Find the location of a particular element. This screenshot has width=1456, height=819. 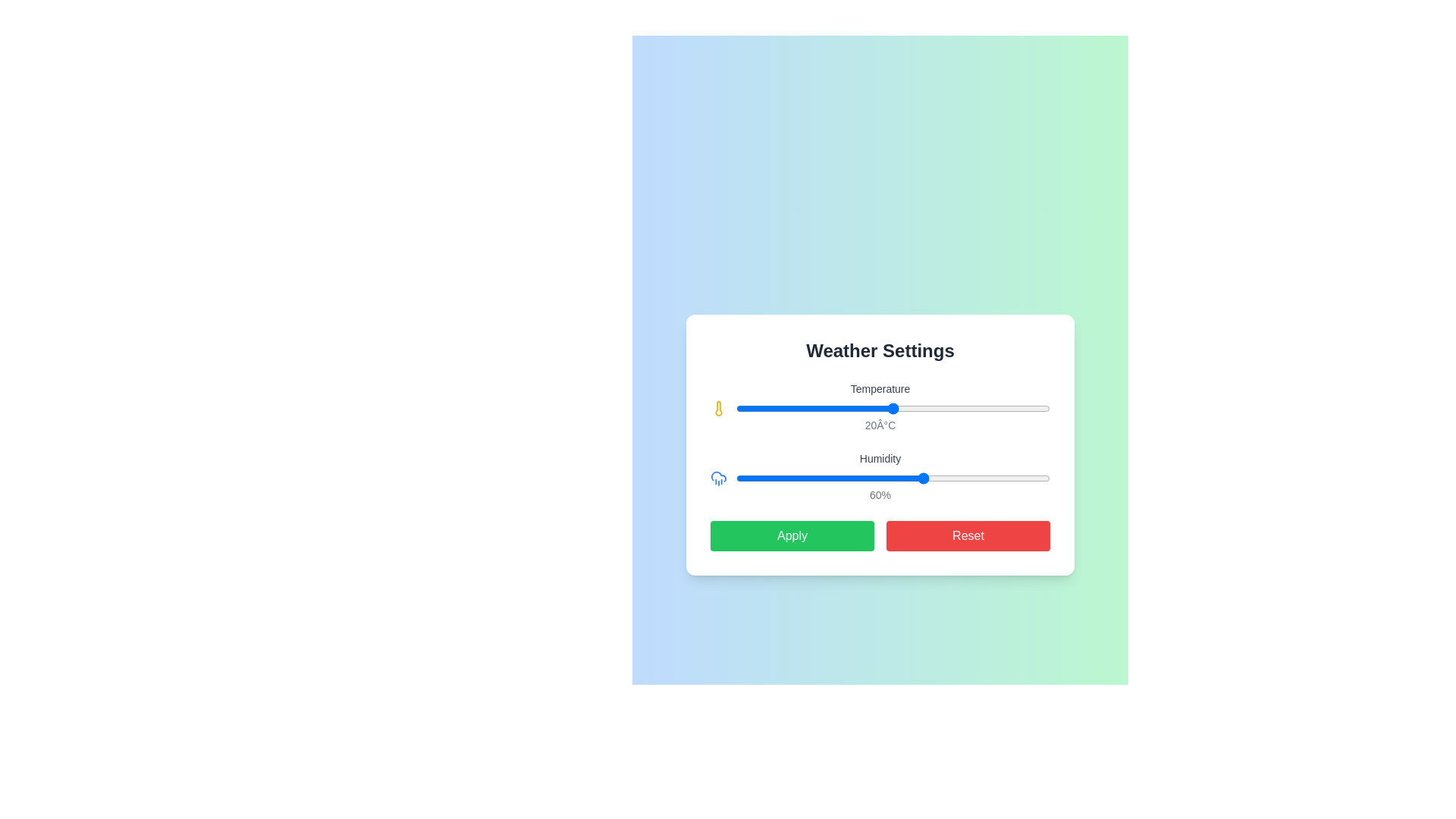

the temperature slider is located at coordinates (971, 408).